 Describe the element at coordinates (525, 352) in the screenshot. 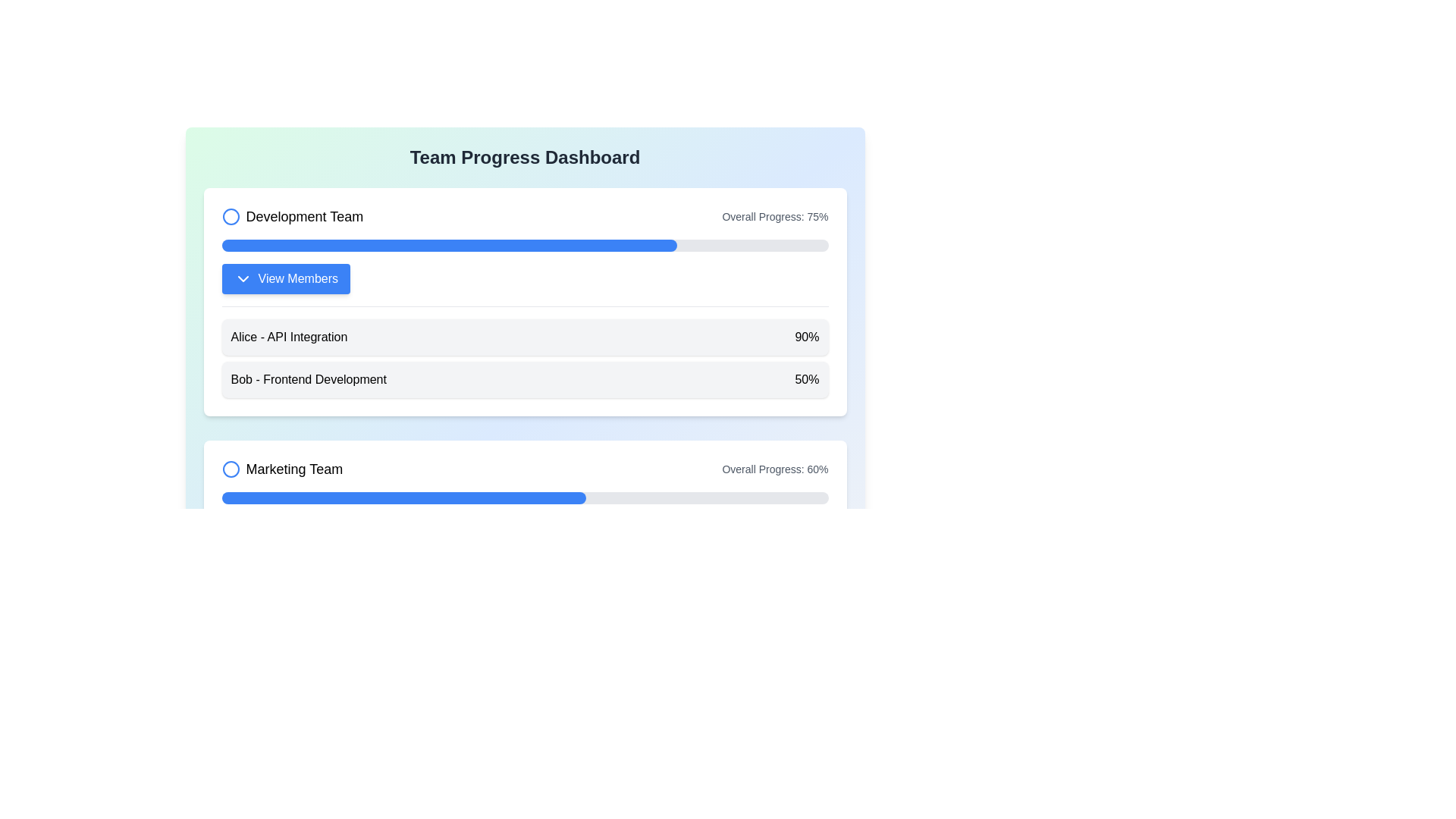

I see `individual rows in the List of information entries displaying team members' progress details` at that location.